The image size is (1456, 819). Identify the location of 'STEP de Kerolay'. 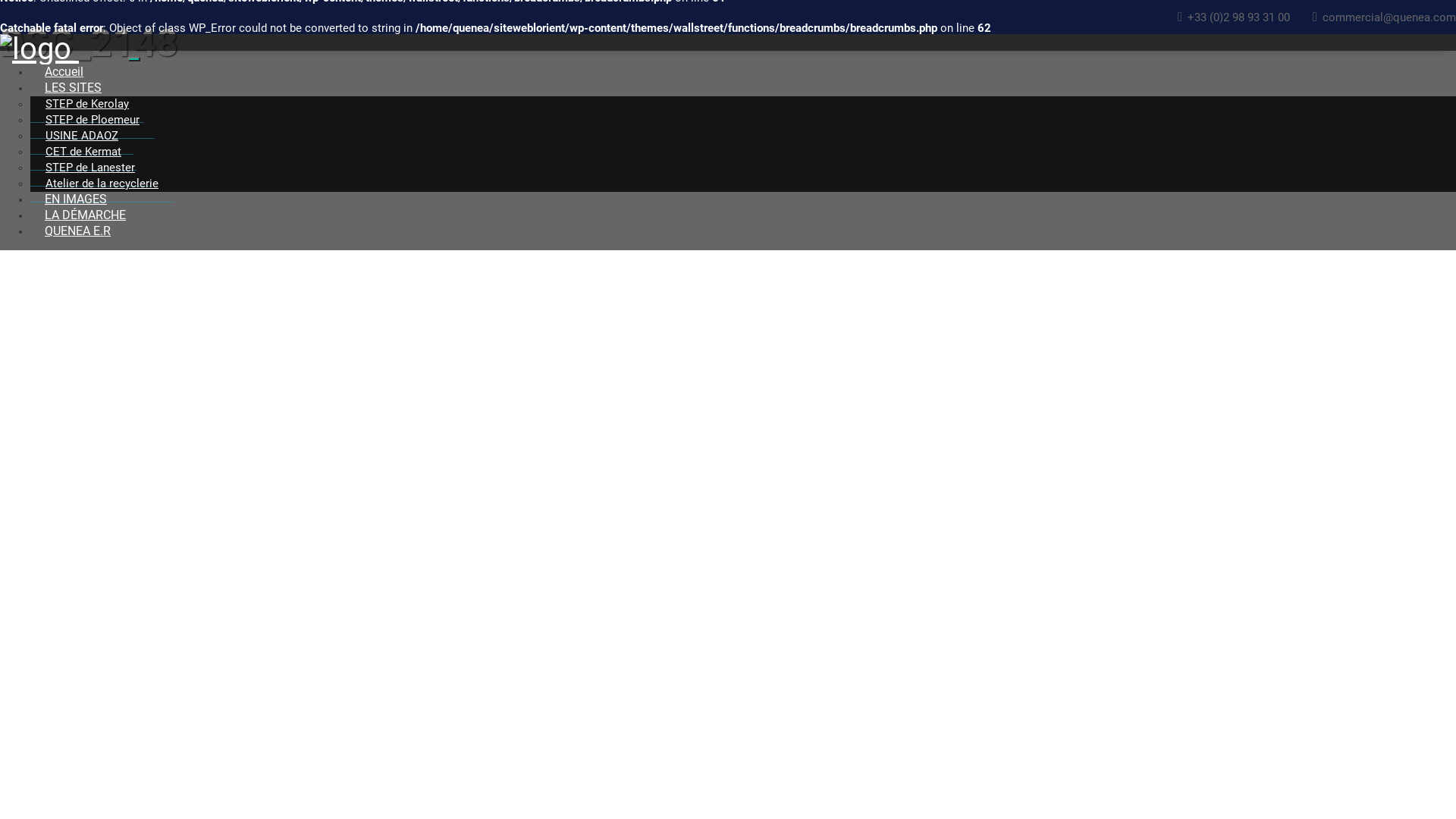
(30, 103).